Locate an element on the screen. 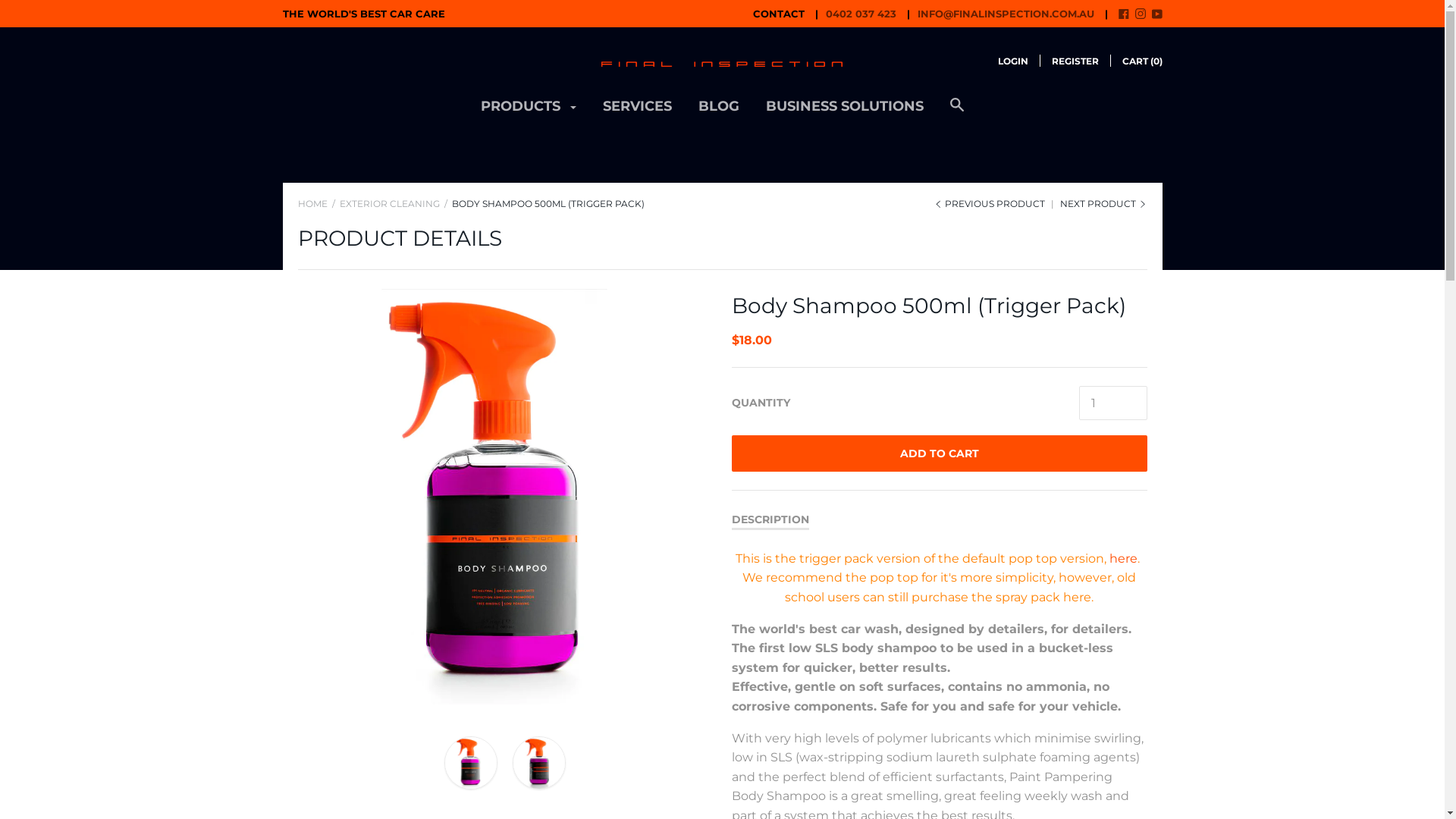  'NEXT PRODUCT' is located at coordinates (1103, 202).